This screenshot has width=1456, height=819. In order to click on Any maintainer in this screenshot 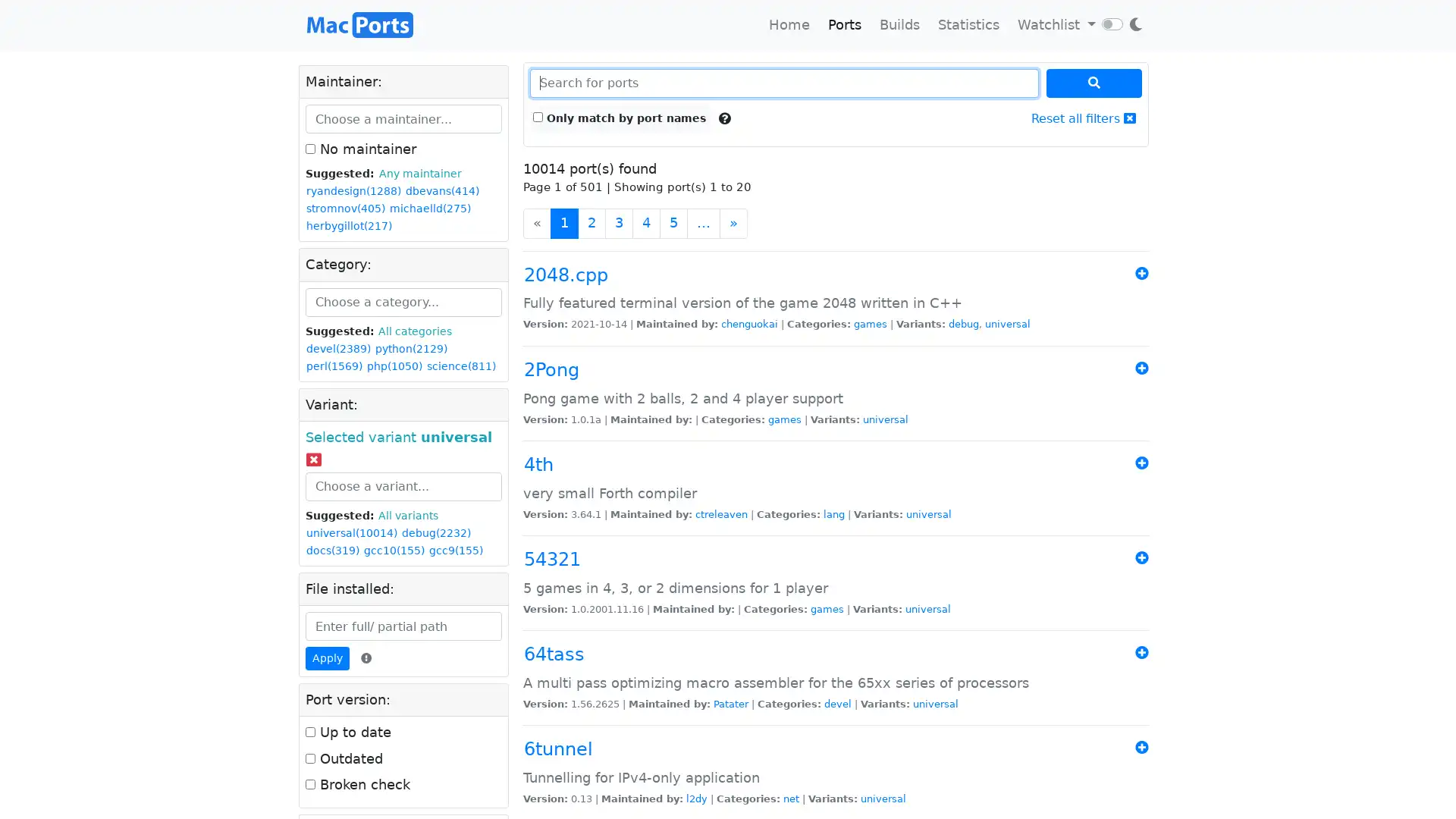, I will do `click(420, 173)`.